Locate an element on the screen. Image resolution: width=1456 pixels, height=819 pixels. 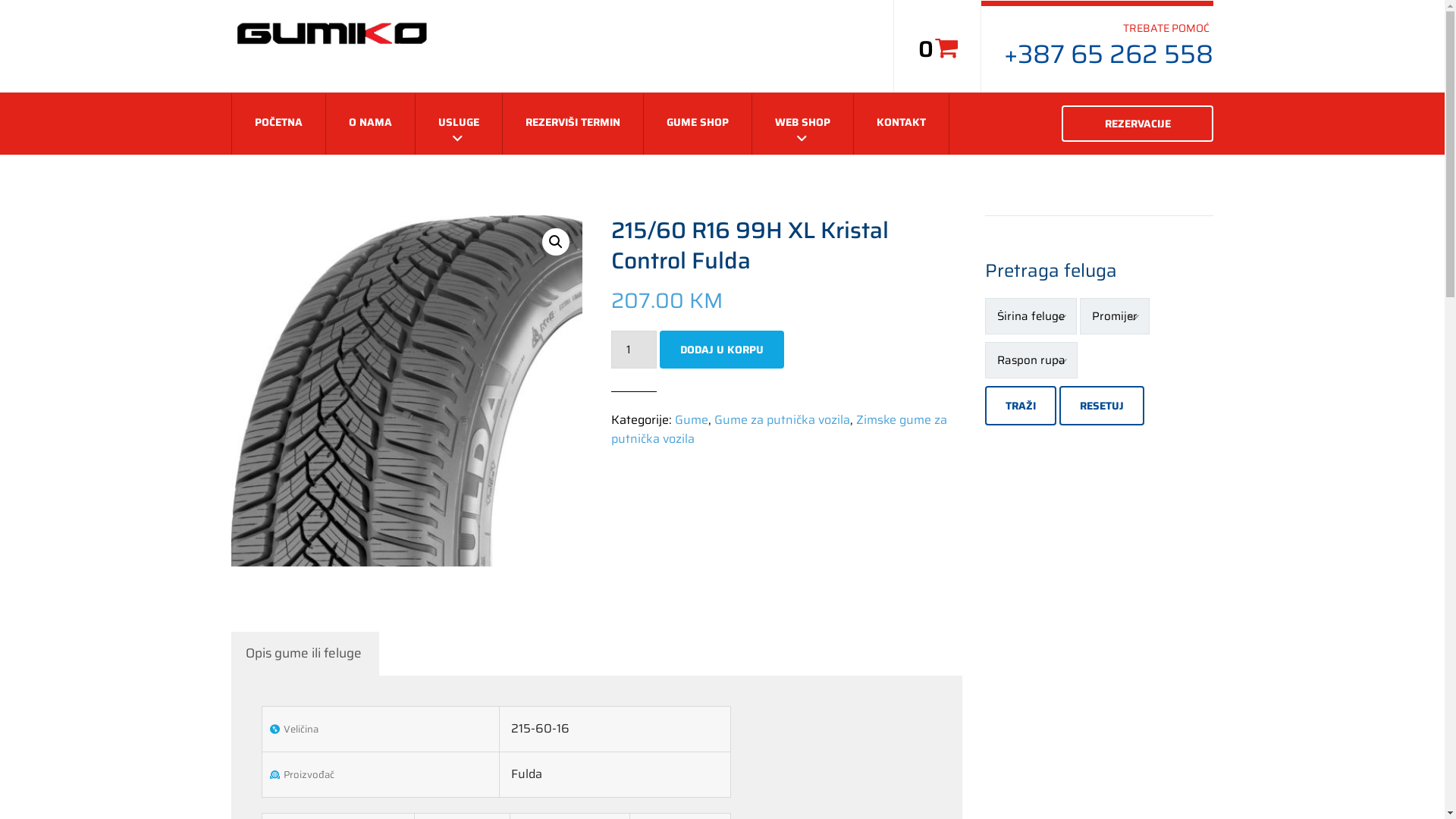
'Gume' is located at coordinates (691, 419).